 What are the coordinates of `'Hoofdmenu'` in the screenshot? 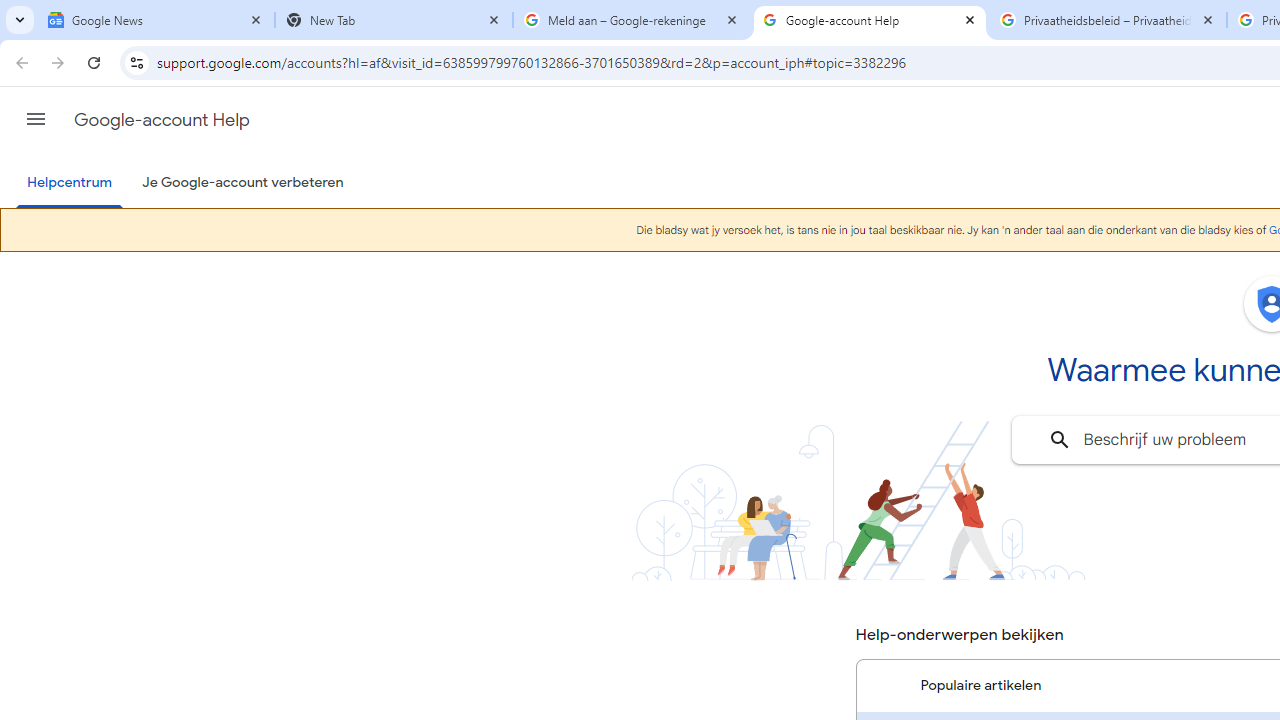 It's located at (35, 119).